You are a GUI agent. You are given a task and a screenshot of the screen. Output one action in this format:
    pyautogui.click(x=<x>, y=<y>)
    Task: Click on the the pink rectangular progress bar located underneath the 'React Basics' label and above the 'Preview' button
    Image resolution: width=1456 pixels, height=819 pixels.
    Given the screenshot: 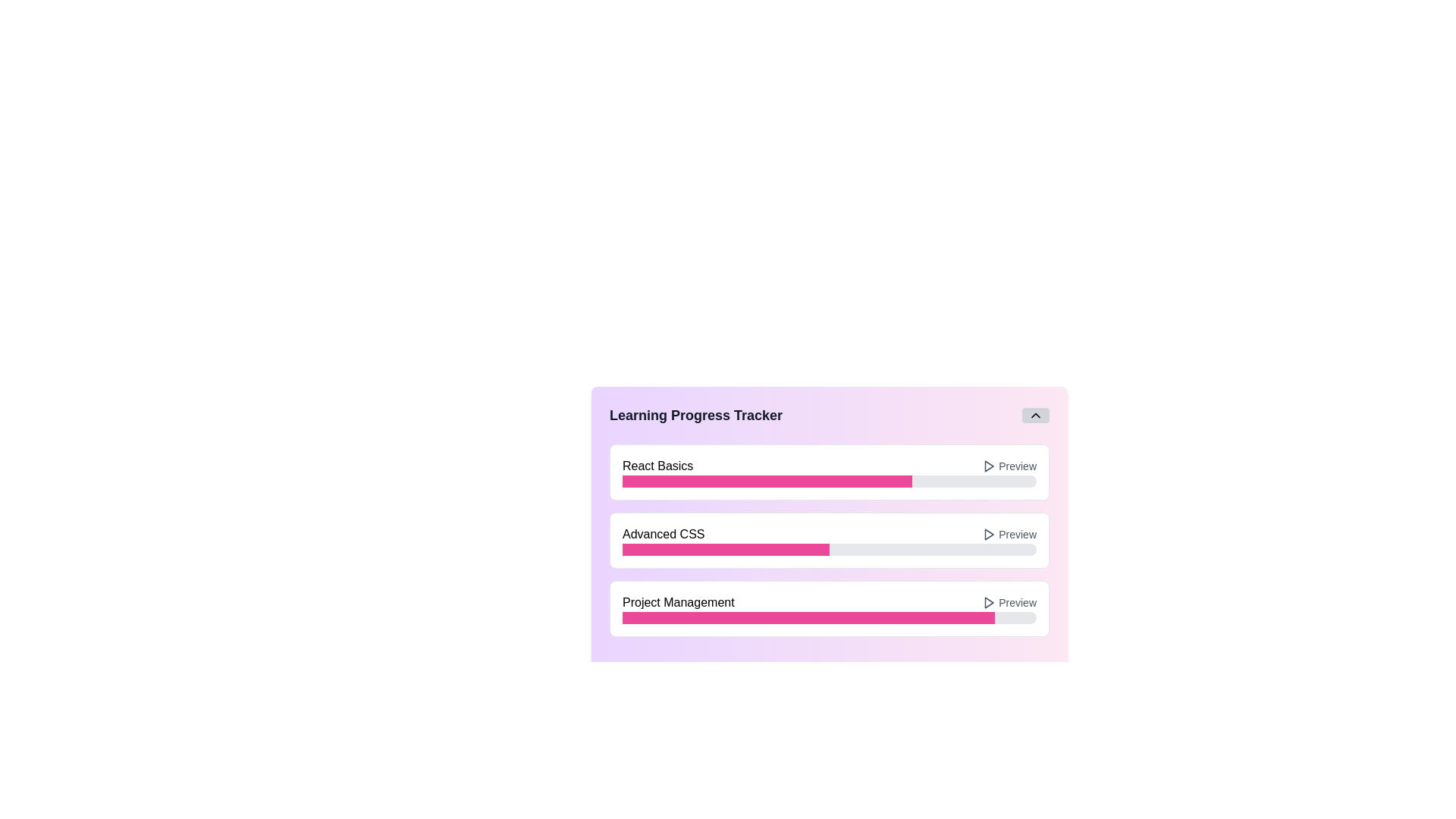 What is the action you would take?
    pyautogui.click(x=767, y=482)
    